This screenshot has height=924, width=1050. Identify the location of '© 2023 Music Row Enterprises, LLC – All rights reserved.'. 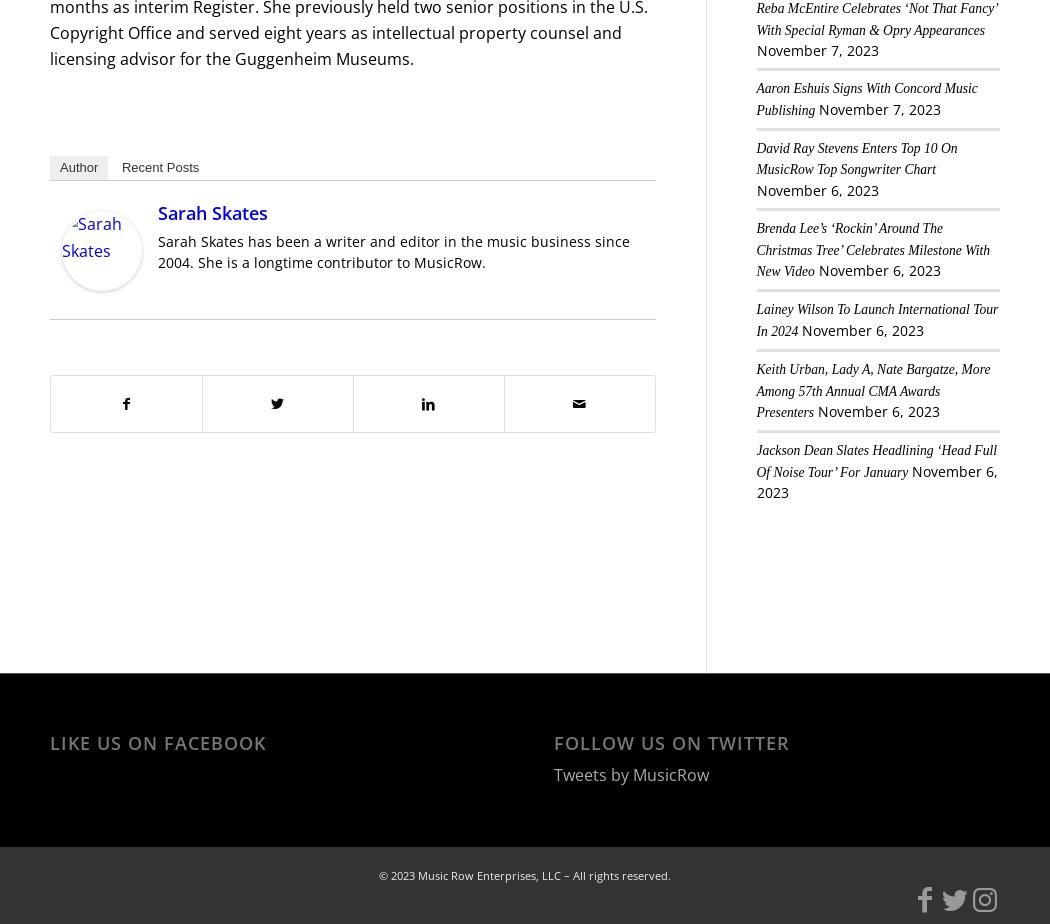
(525, 875).